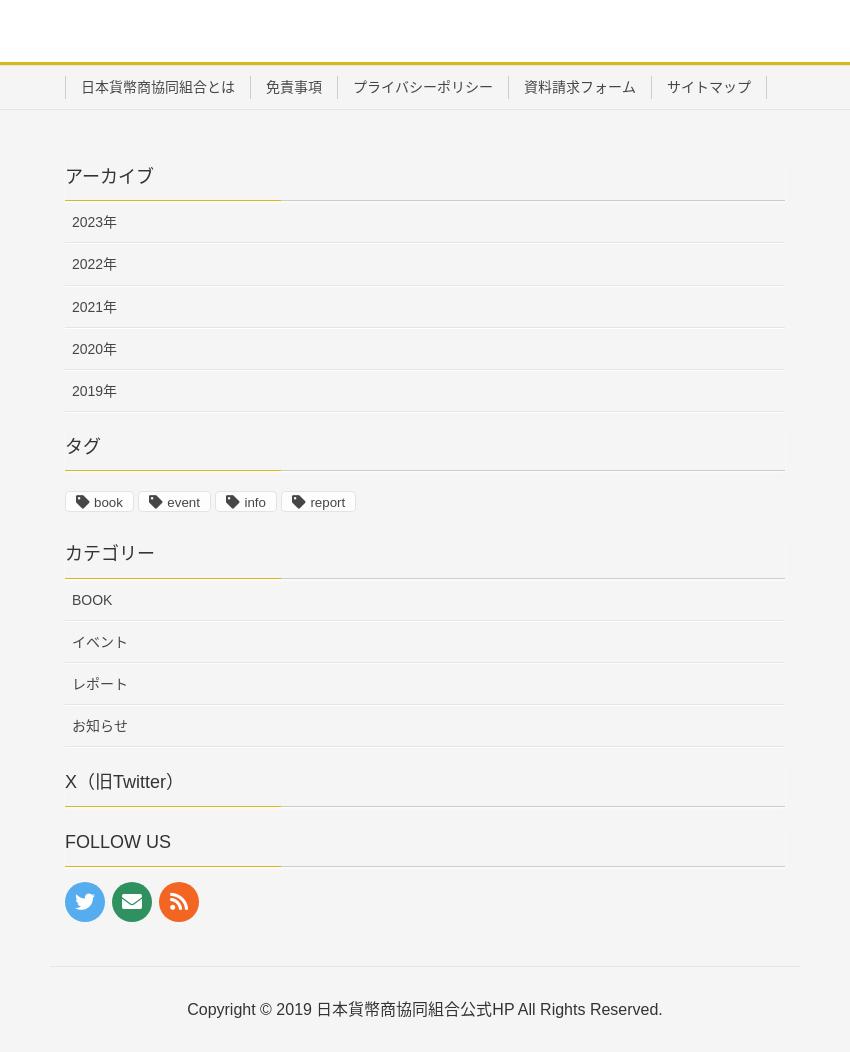  I want to click on 'report', so click(327, 501).